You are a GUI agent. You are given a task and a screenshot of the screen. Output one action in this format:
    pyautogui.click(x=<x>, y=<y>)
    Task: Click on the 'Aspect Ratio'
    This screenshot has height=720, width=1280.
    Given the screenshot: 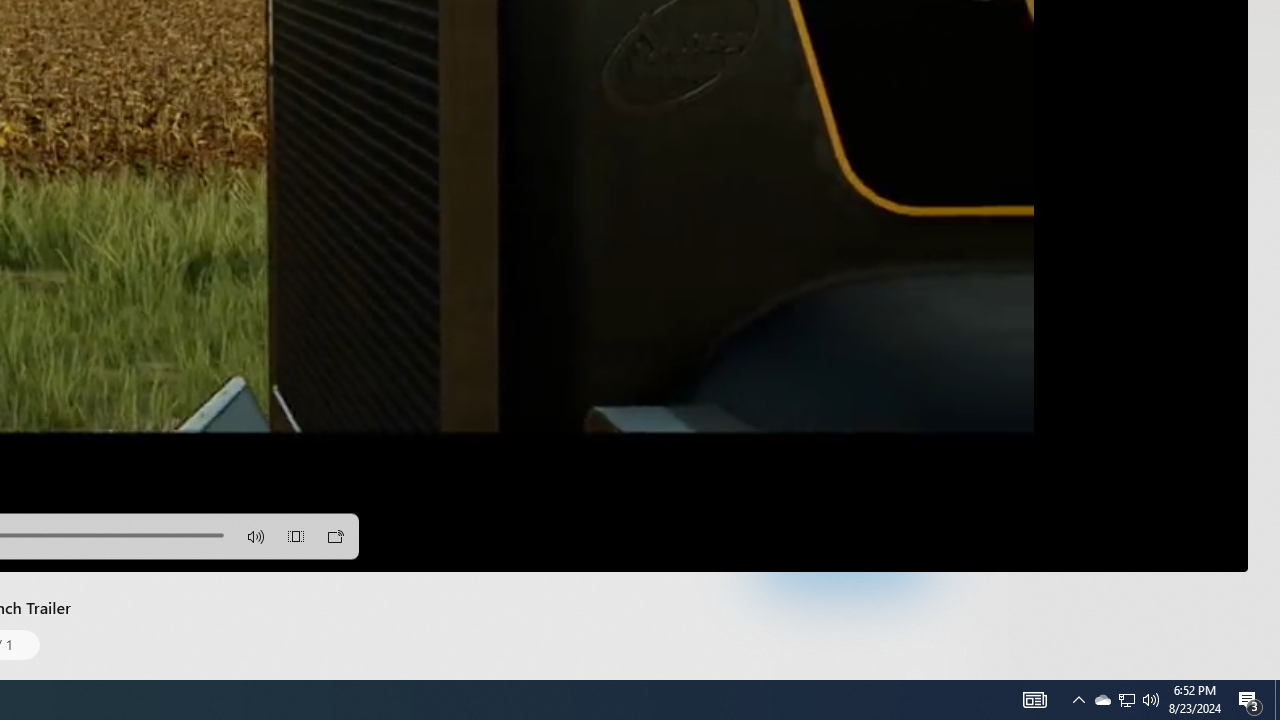 What is the action you would take?
    pyautogui.click(x=295, y=535)
    